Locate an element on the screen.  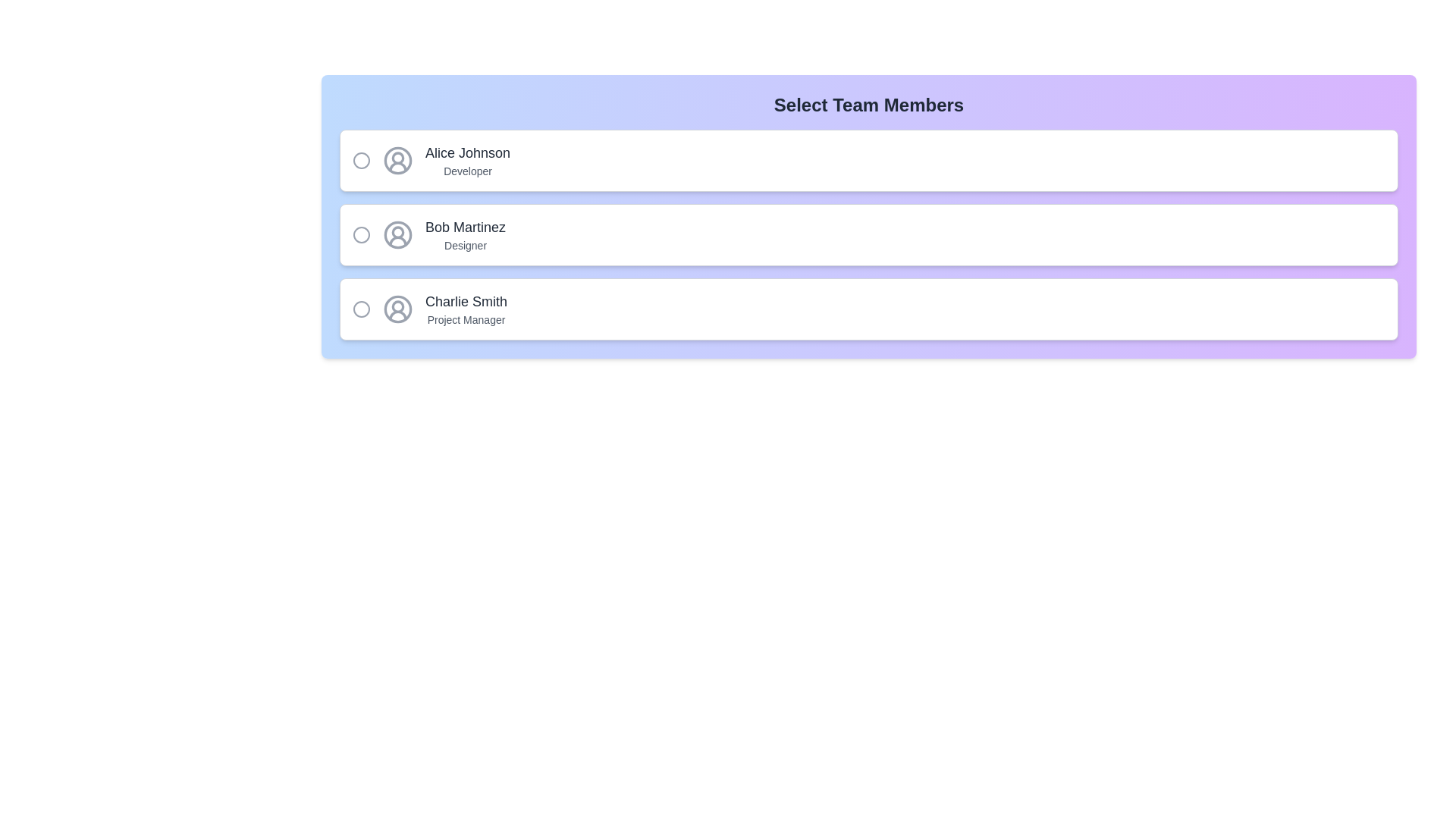
the first SVG Circle Graphic, which serves as a visual indicator for selecting options, located left of the 'Alice Johnson' text block is located at coordinates (360, 161).